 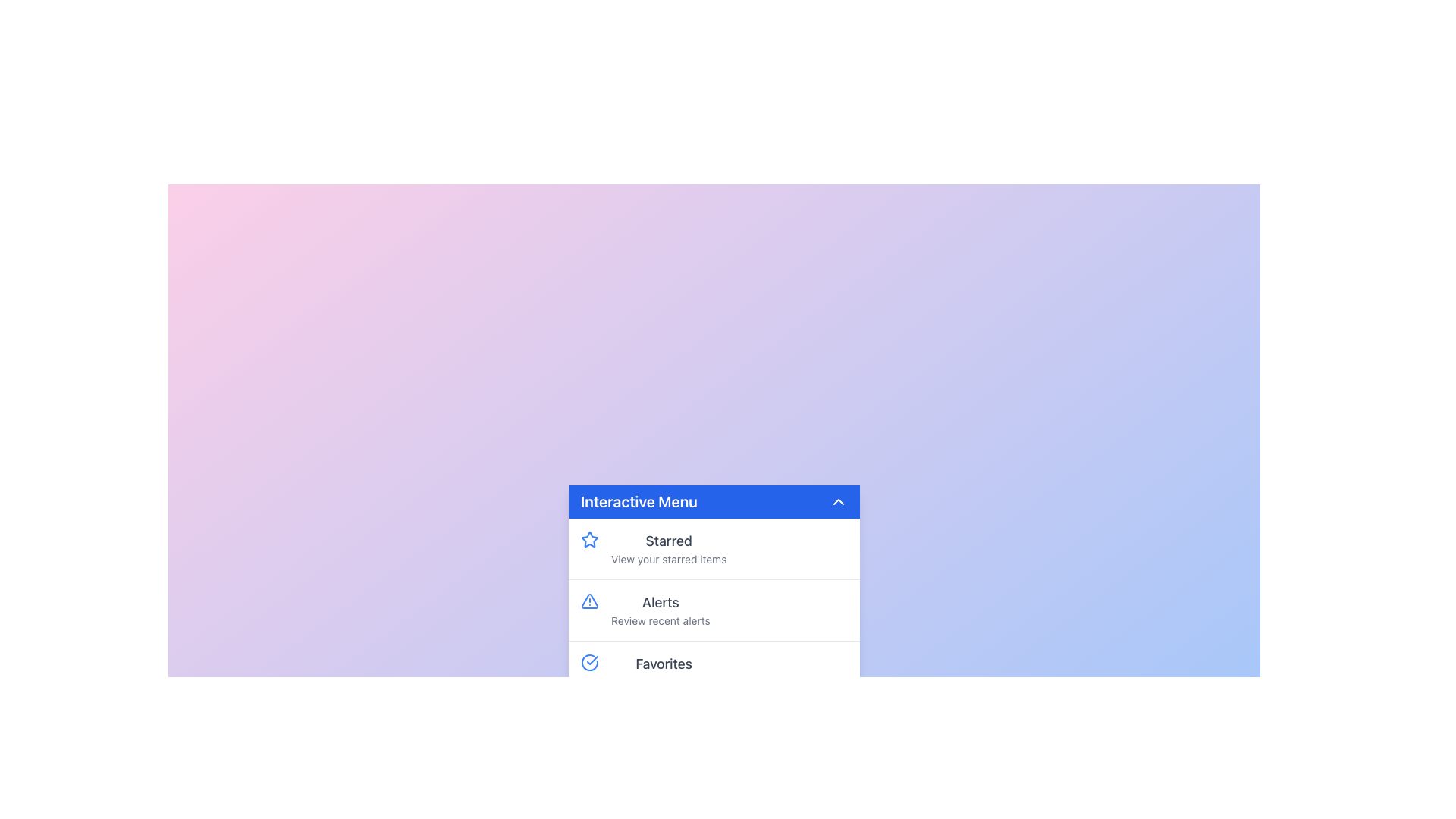 I want to click on the descriptive Text Label located beneath the 'Starred' title in the dropdown menu, which provides context about viewing starred items, so click(x=668, y=559).